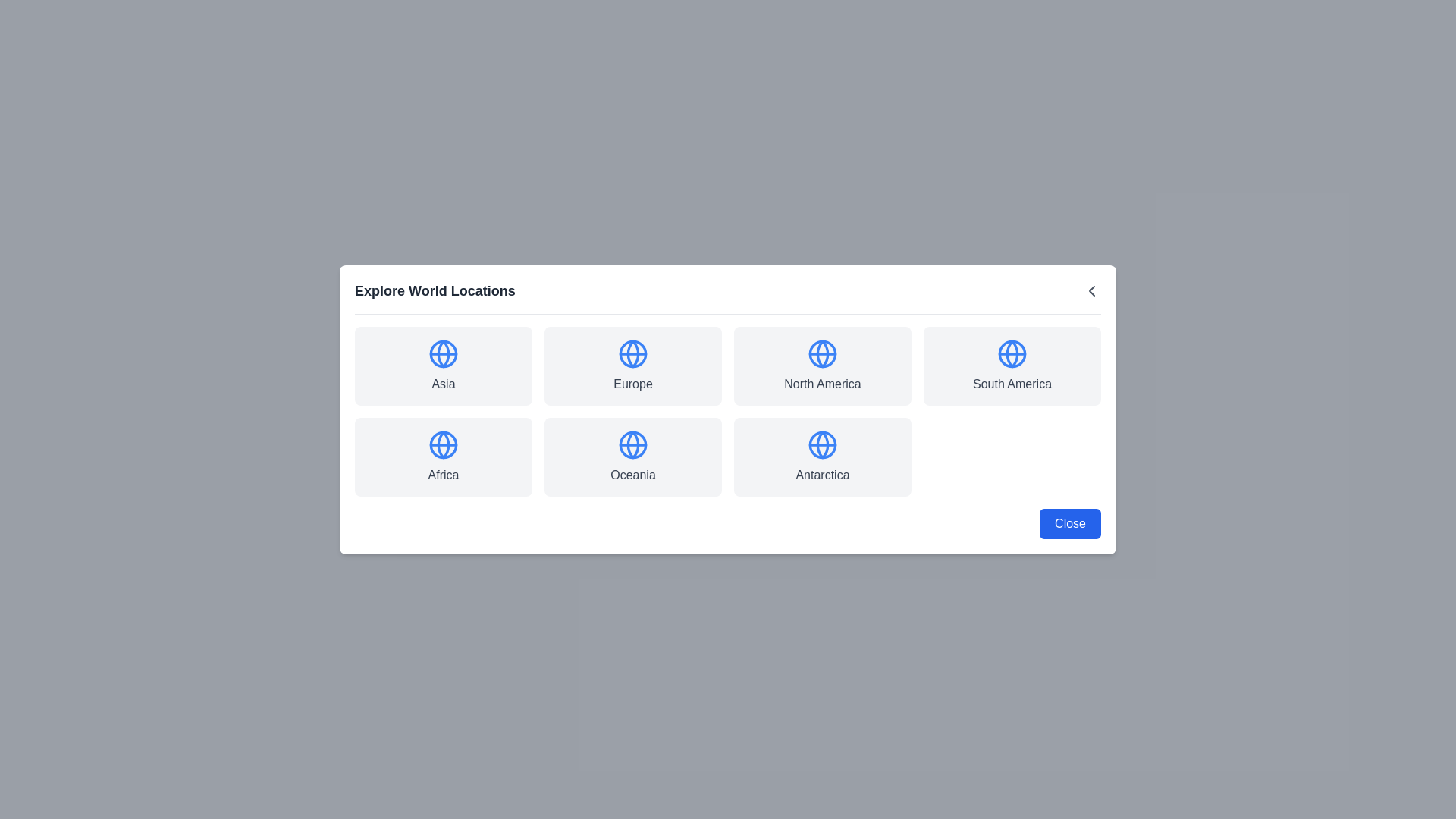  I want to click on the location Europe, so click(633, 366).